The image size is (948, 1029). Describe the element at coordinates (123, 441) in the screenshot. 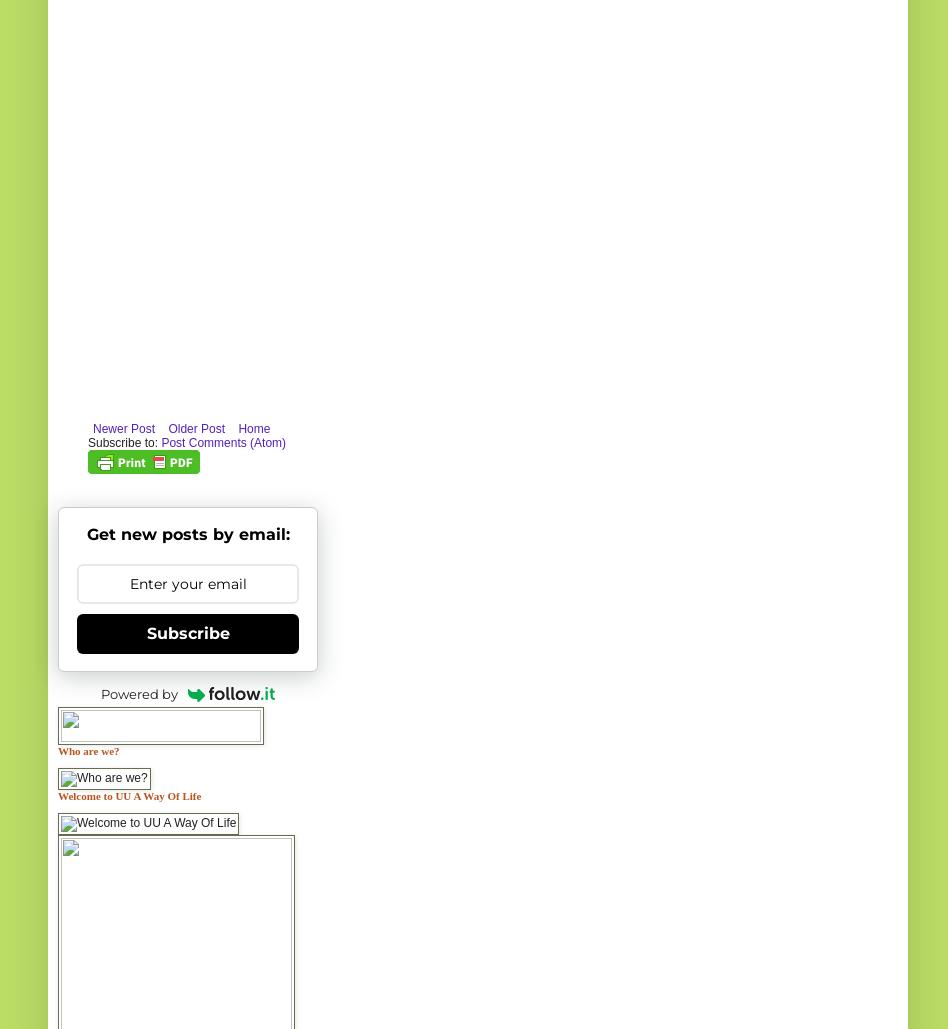

I see `'Subscribe to:'` at that location.